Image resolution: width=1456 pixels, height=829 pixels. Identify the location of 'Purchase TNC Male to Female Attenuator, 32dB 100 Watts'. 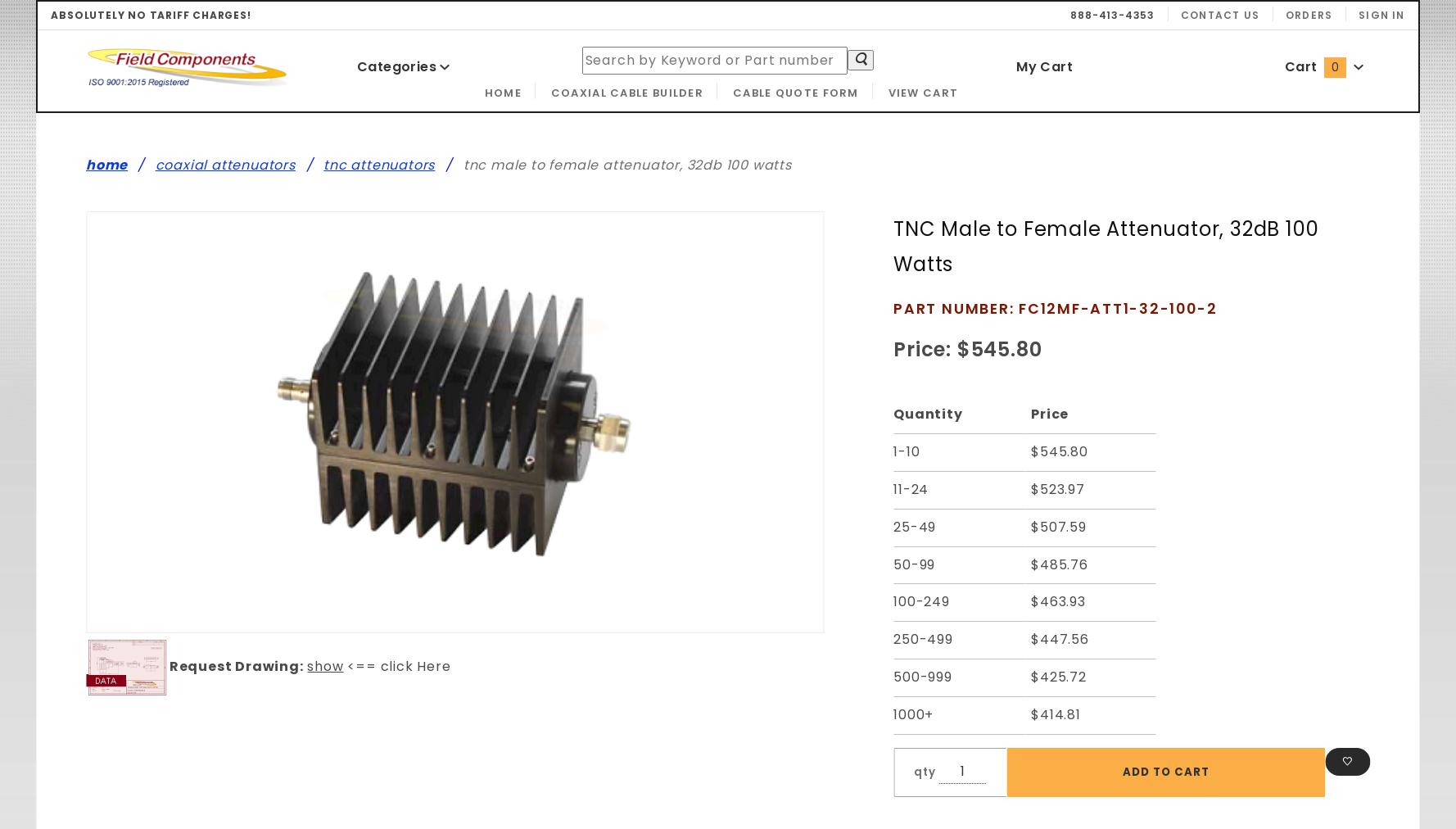
(889, 279).